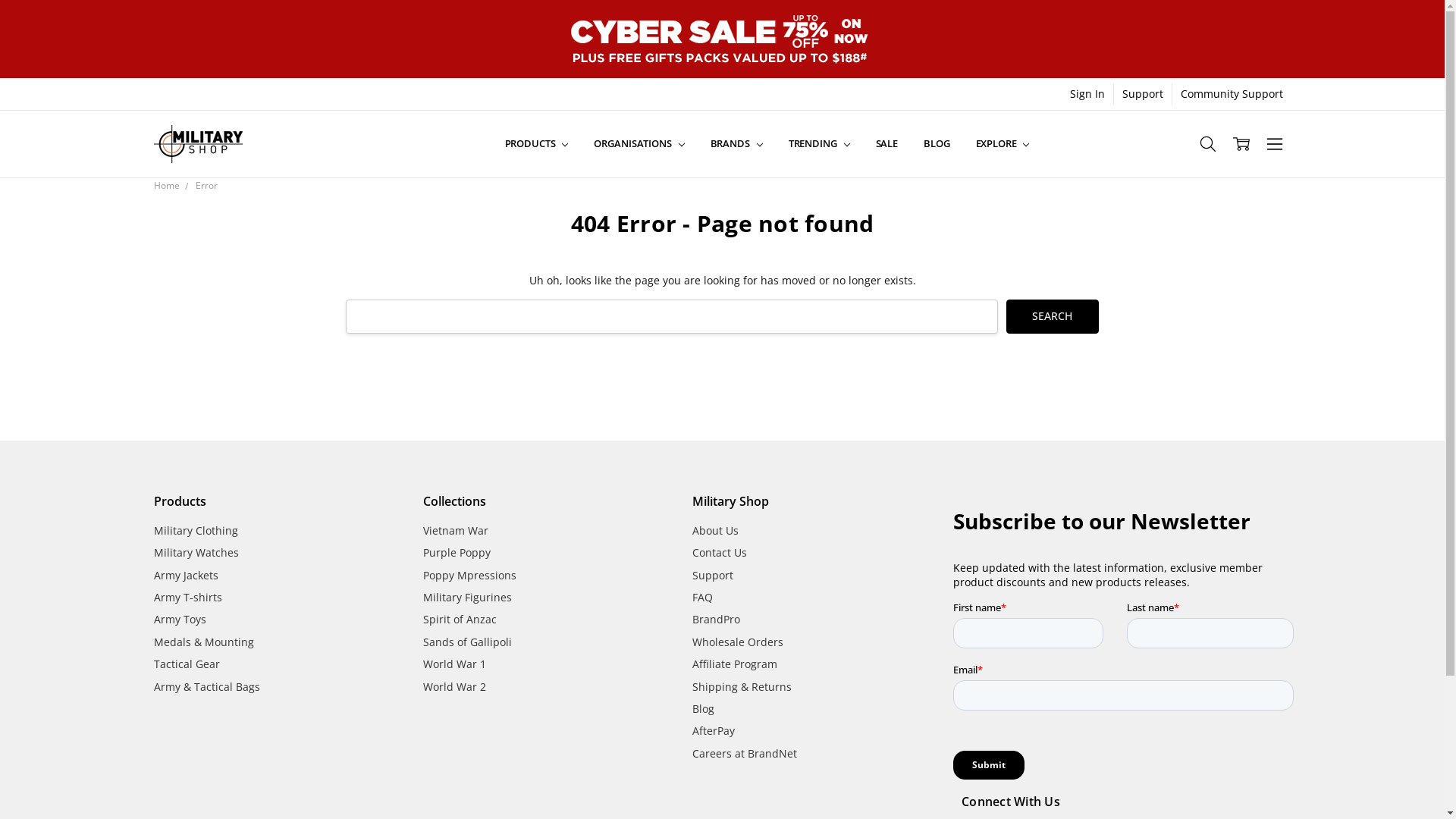 This screenshot has width=1456, height=819. What do you see at coordinates (491, 143) in the screenshot?
I see `'PRODUCTS'` at bounding box center [491, 143].